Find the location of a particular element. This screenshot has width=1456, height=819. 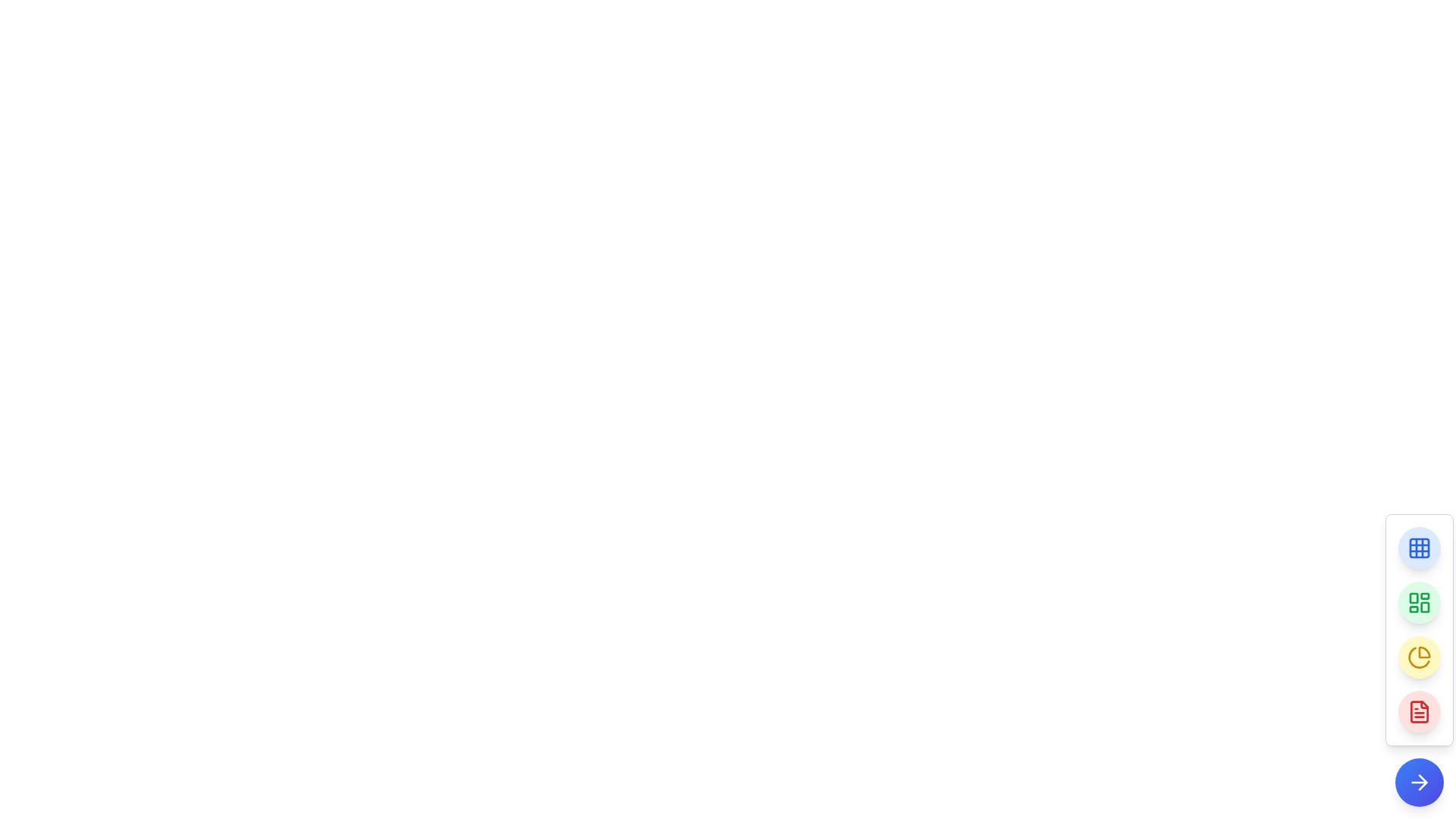

the circular green button with a dashboard icon, which is the second button in a vertical stack of four similar buttons is located at coordinates (1419, 601).